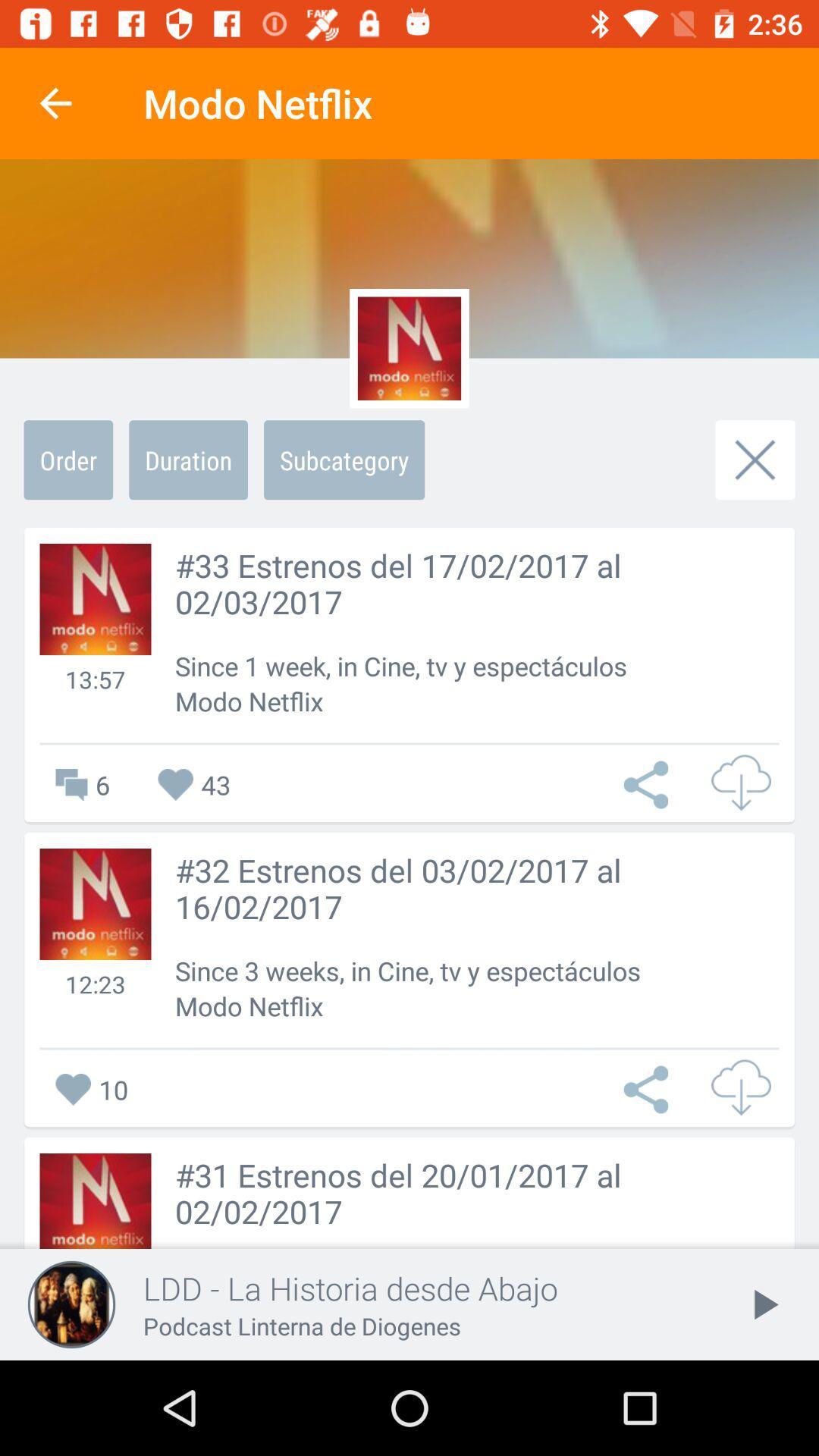 The image size is (819, 1456). I want to click on the play icon, so click(763, 1304).